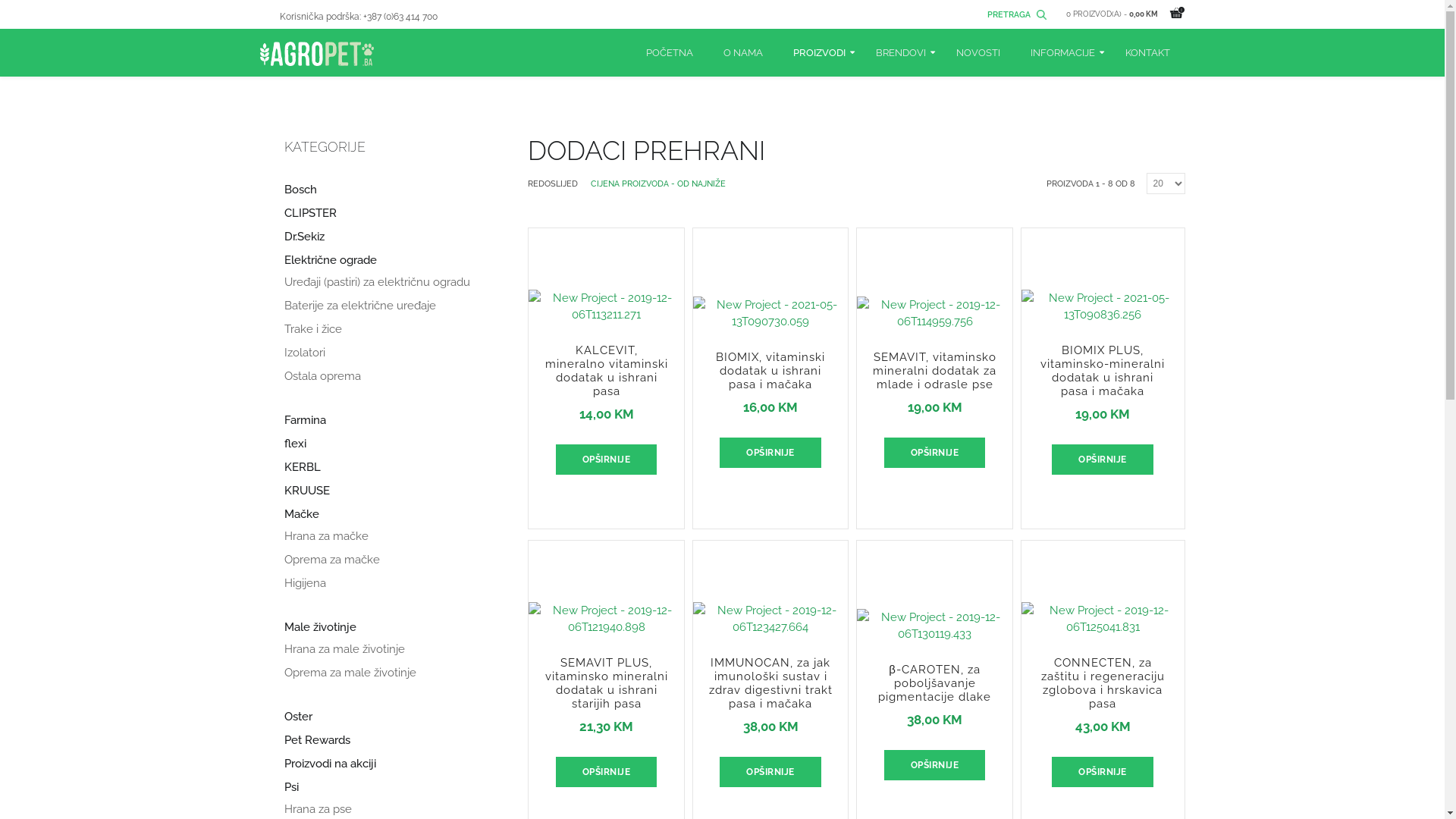 The width and height of the screenshot is (1456, 819). What do you see at coordinates (321, 375) in the screenshot?
I see `'Ostala oprema'` at bounding box center [321, 375].